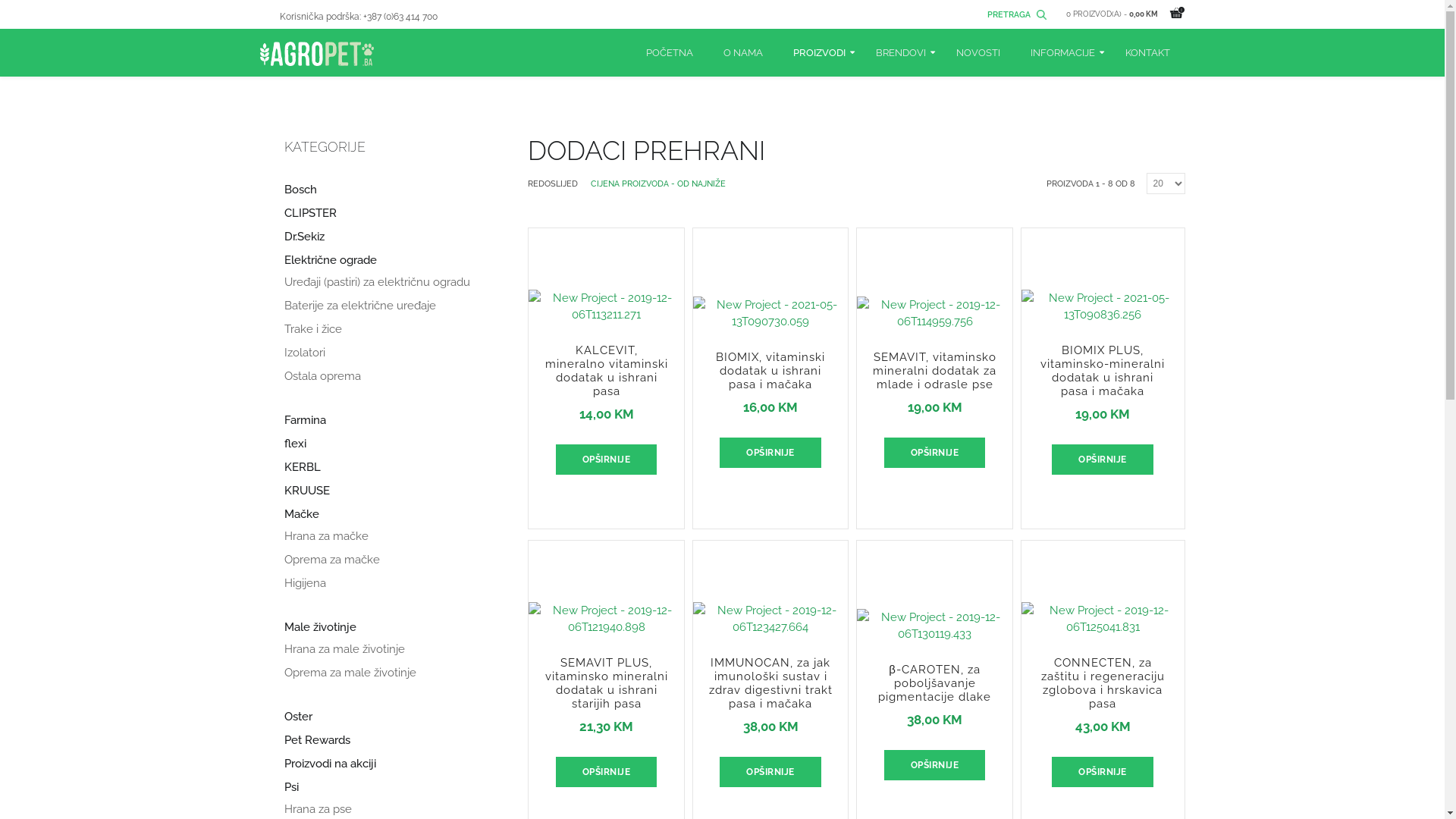 The width and height of the screenshot is (1456, 819). What do you see at coordinates (321, 375) in the screenshot?
I see `'Ostala oprema'` at bounding box center [321, 375].